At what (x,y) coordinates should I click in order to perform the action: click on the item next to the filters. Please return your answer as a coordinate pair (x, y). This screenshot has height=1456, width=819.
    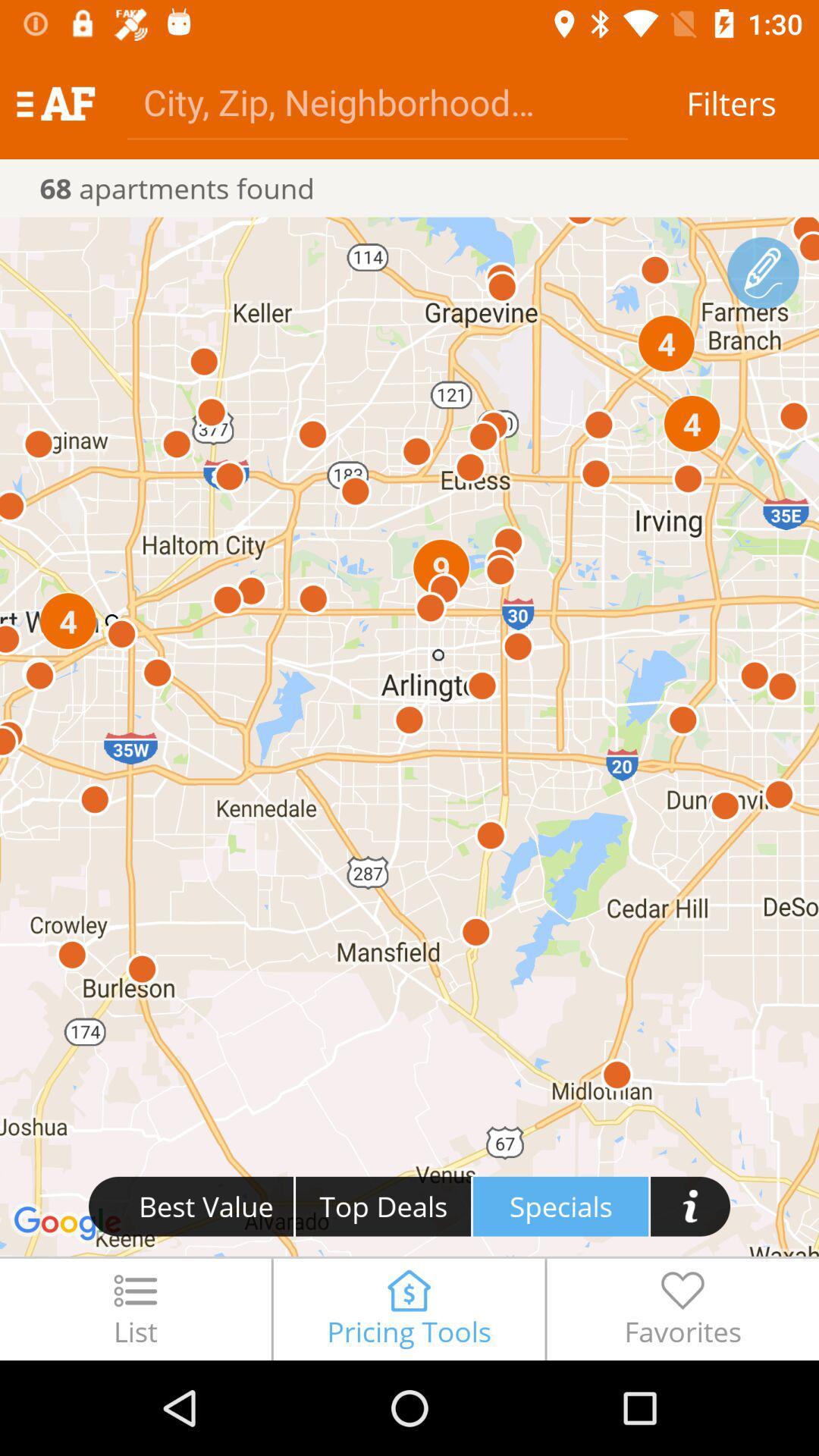
    Looking at the image, I should click on (376, 101).